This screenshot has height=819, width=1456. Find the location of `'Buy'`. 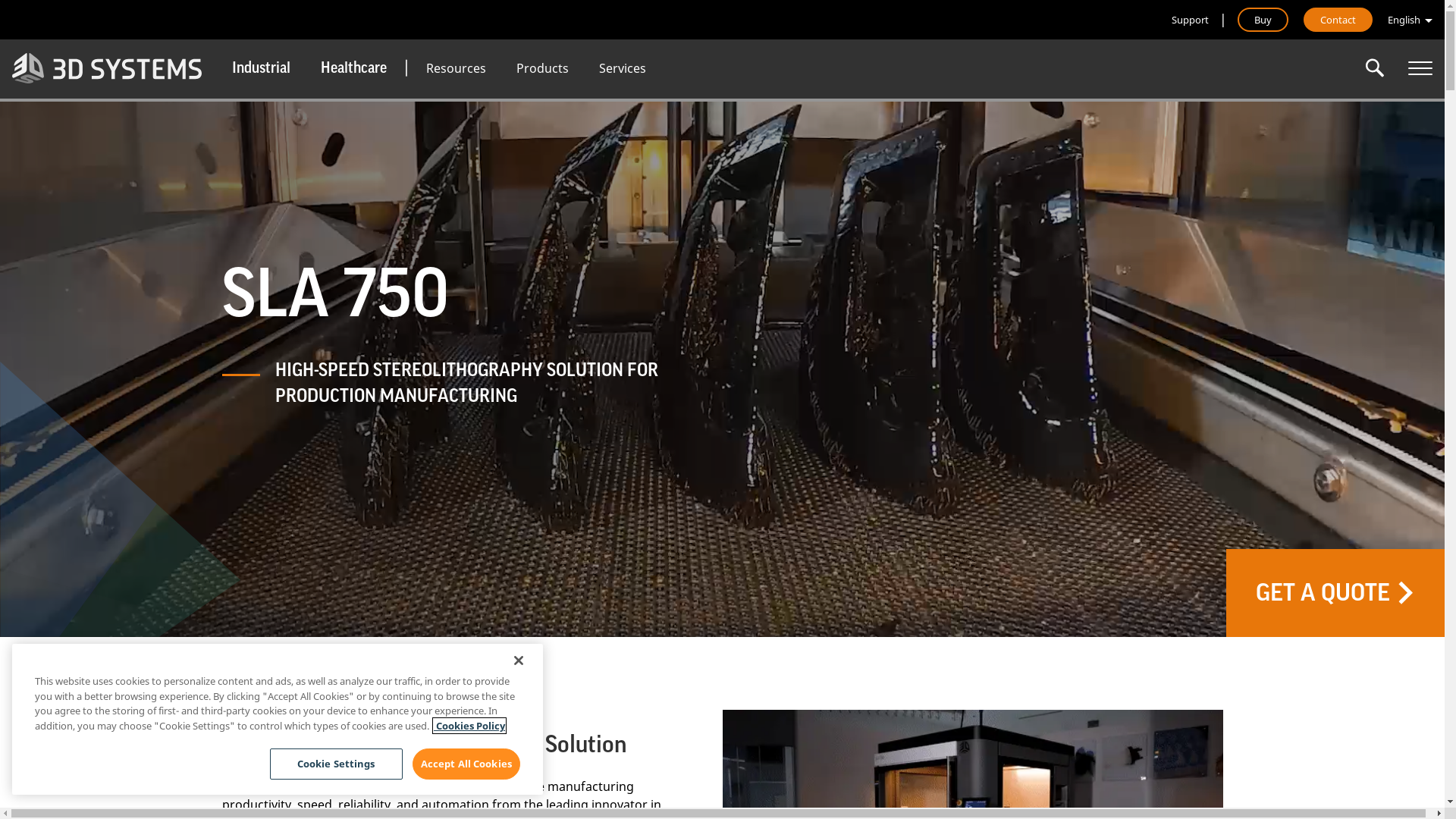

'Buy' is located at coordinates (1263, 20).